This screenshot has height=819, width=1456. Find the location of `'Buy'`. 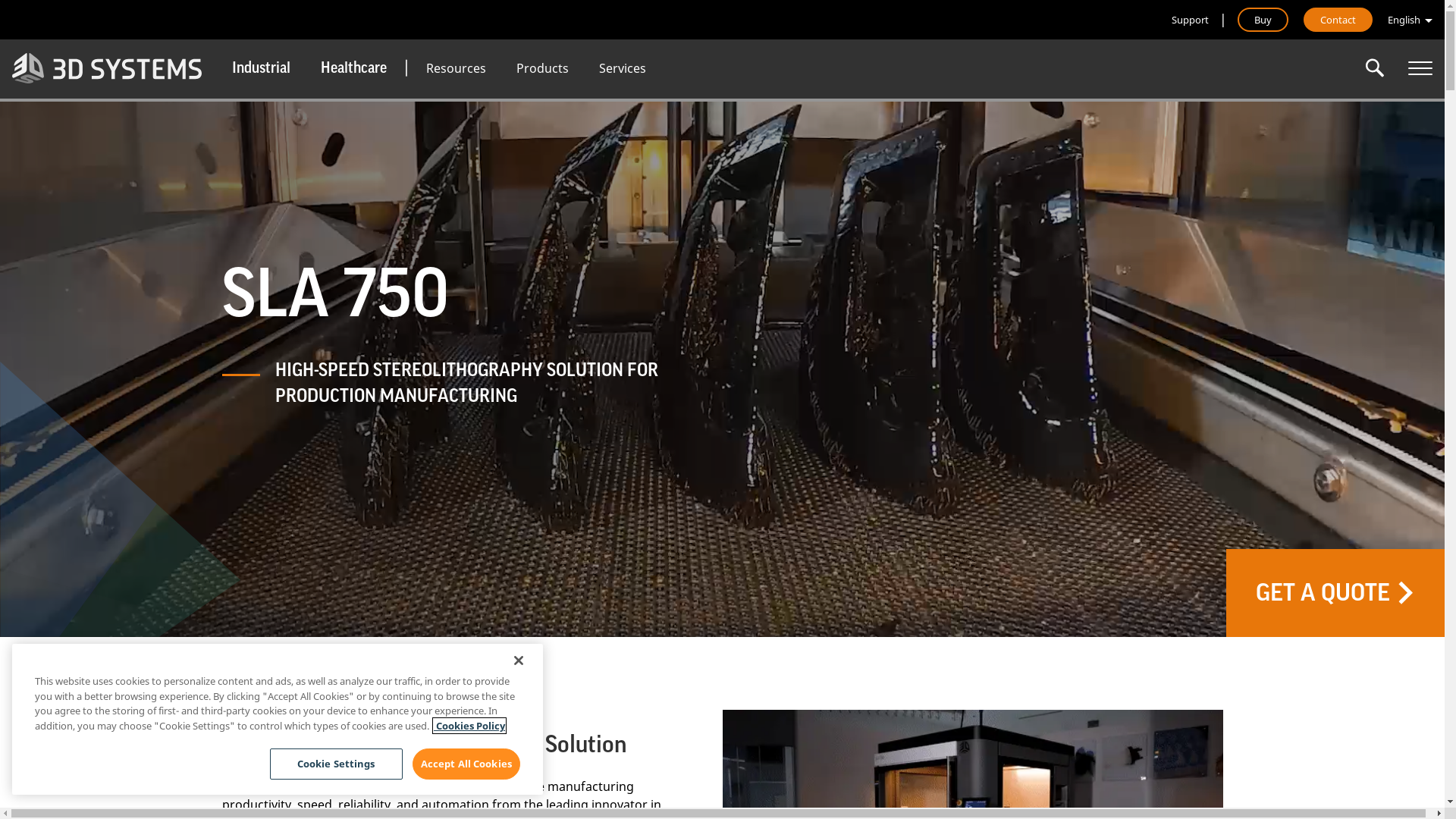

'Buy' is located at coordinates (1263, 20).